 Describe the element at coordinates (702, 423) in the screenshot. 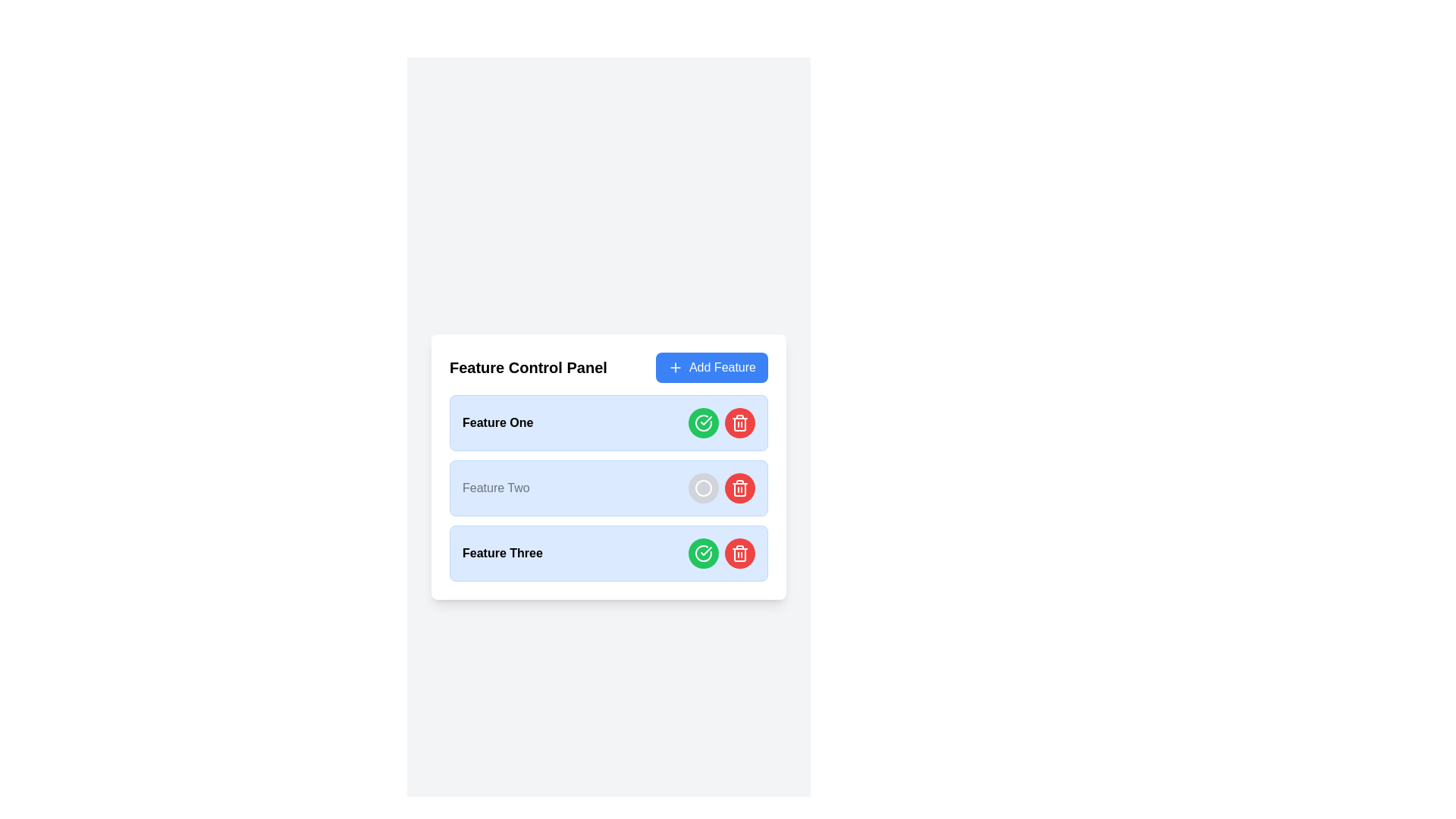

I see `the circular green Icon button with a white checkmark inside, located in the Feature Control Panel next to 'Feature One'` at that location.